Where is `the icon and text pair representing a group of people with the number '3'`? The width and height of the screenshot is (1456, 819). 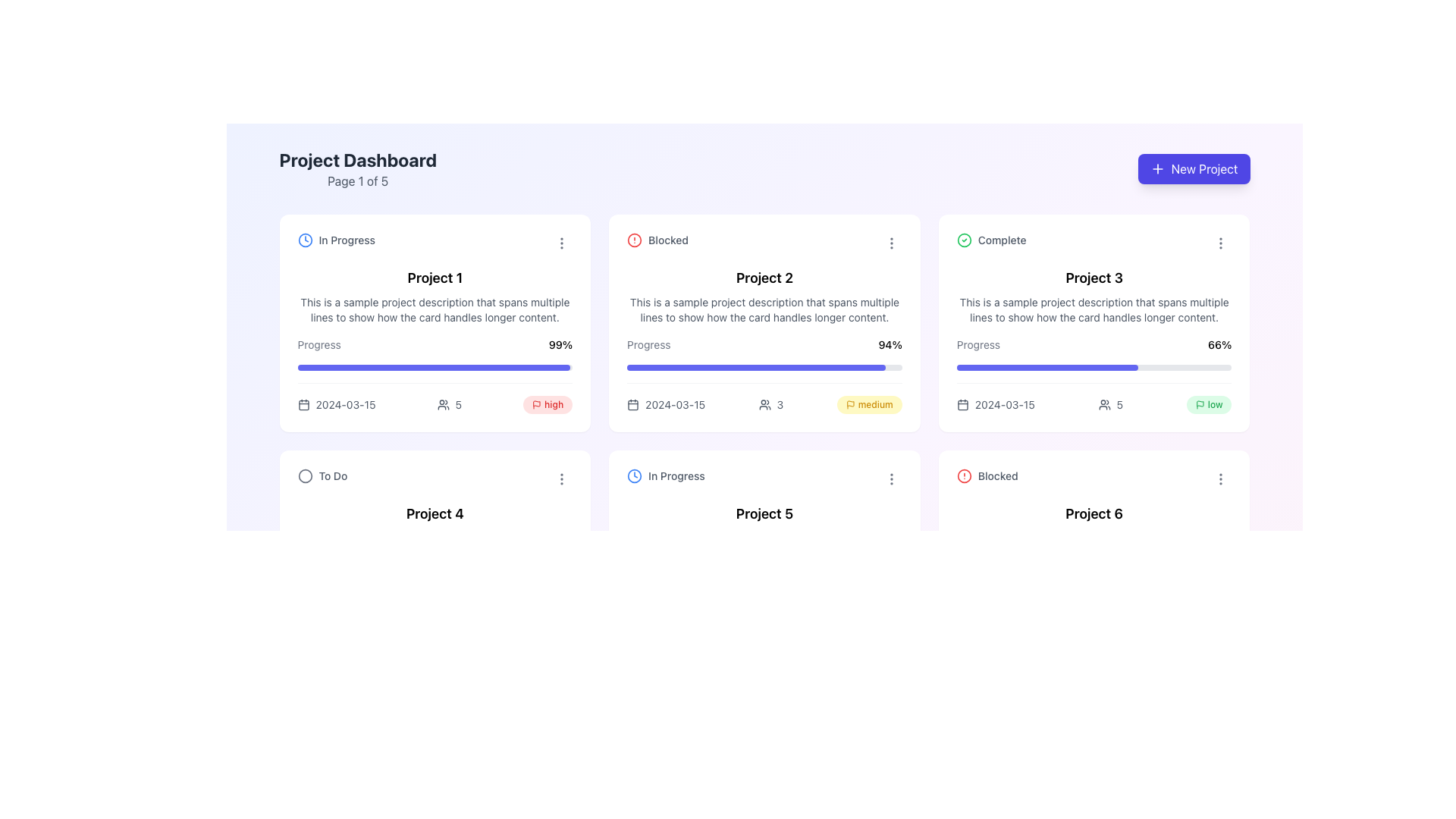 the icon and text pair representing a group of people with the number '3' is located at coordinates (770, 403).